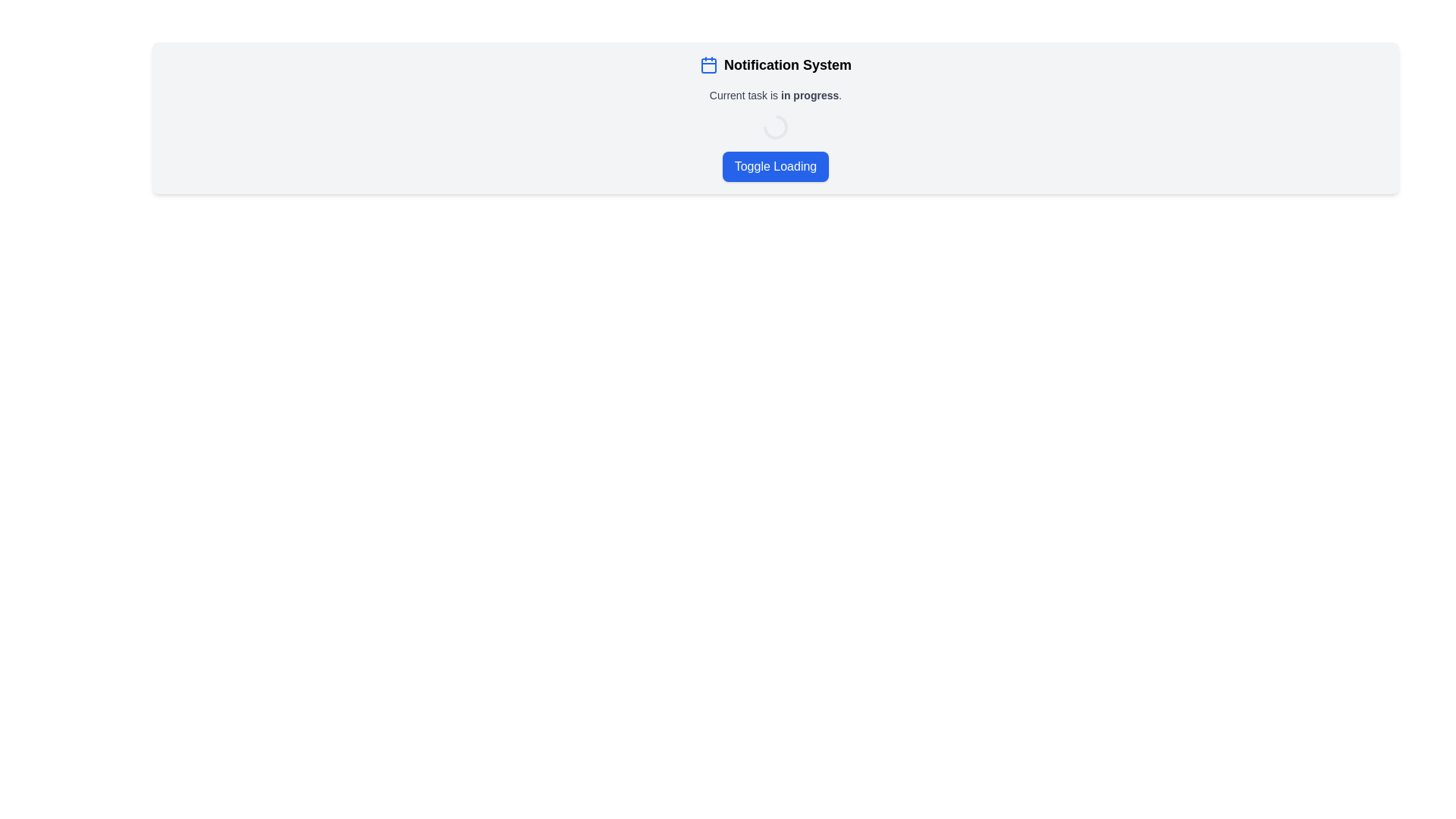  Describe the element at coordinates (708, 64) in the screenshot. I see `the calendar icon representing the 'Notification System' label, which is positioned to the left of the text and aligned horizontally at the top of the interface` at that location.